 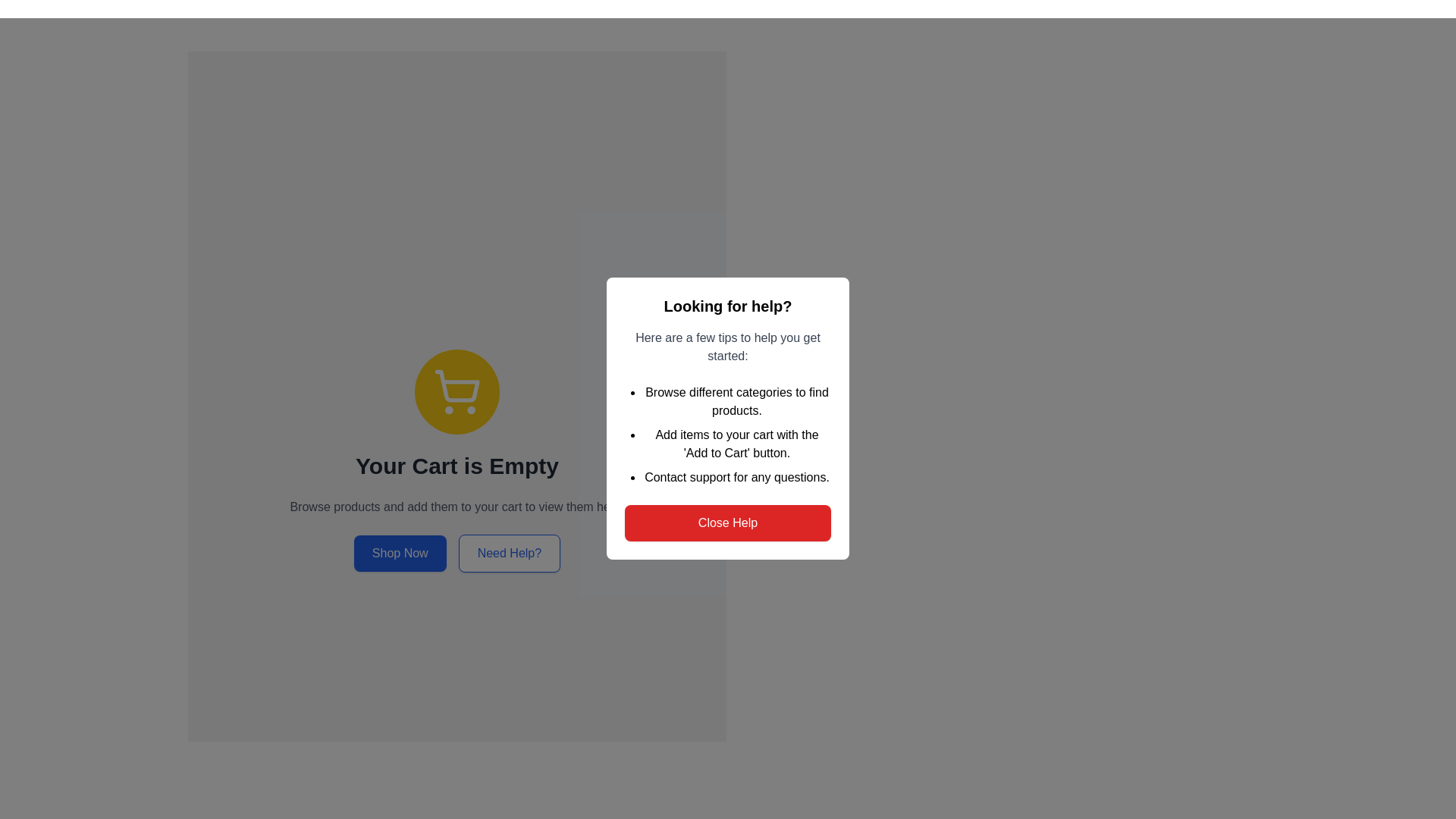 What do you see at coordinates (736, 476) in the screenshot?
I see `the static text element that provides guidance to contact support for assistance, located below the bullet point 'Add items to your cart with the 'Add to Cart' button.' in the modal titled 'Looking for help?'` at bounding box center [736, 476].